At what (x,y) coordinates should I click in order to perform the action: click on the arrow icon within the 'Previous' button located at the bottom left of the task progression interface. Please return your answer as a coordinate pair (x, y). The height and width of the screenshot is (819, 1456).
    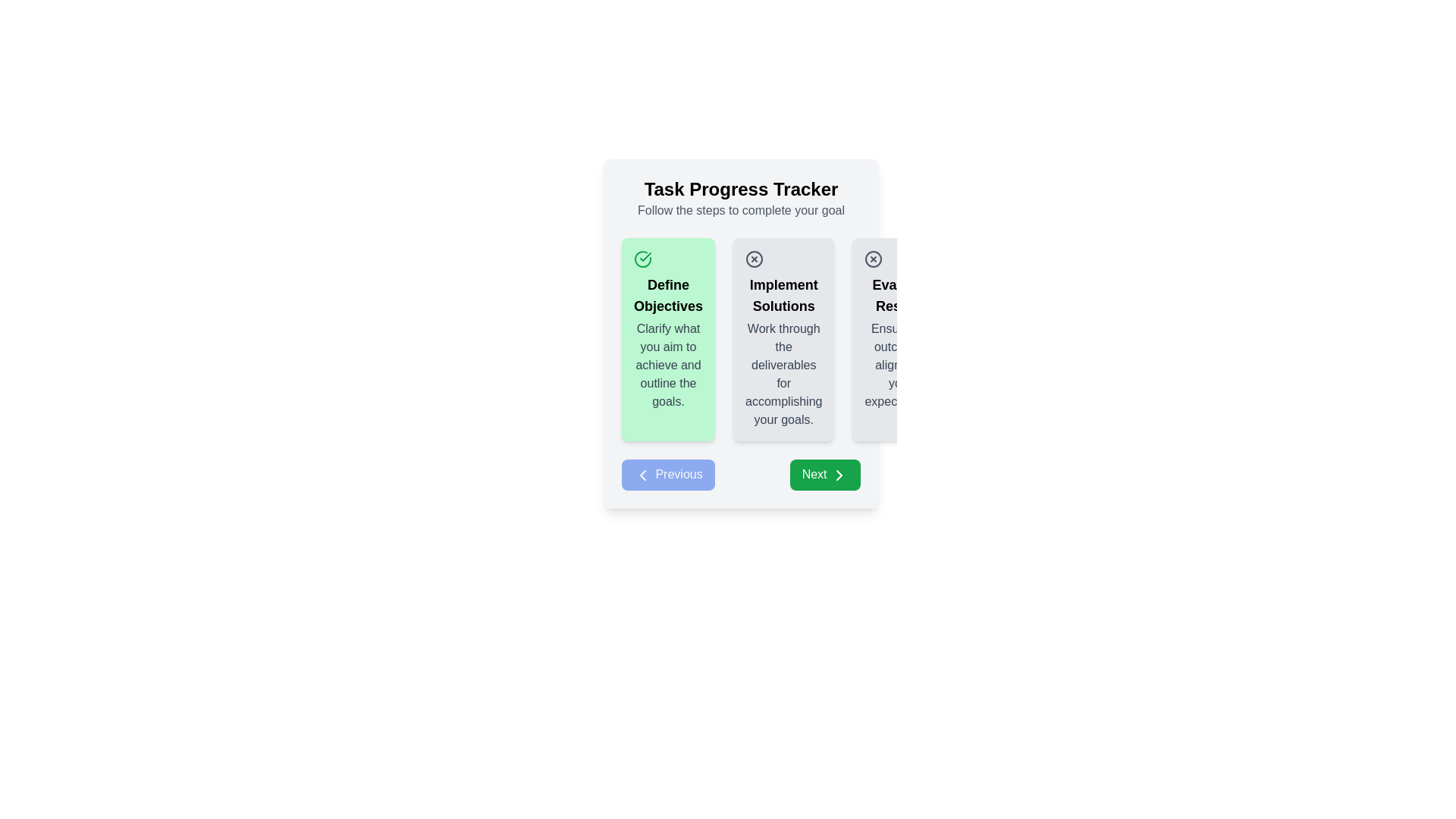
    Looking at the image, I should click on (643, 473).